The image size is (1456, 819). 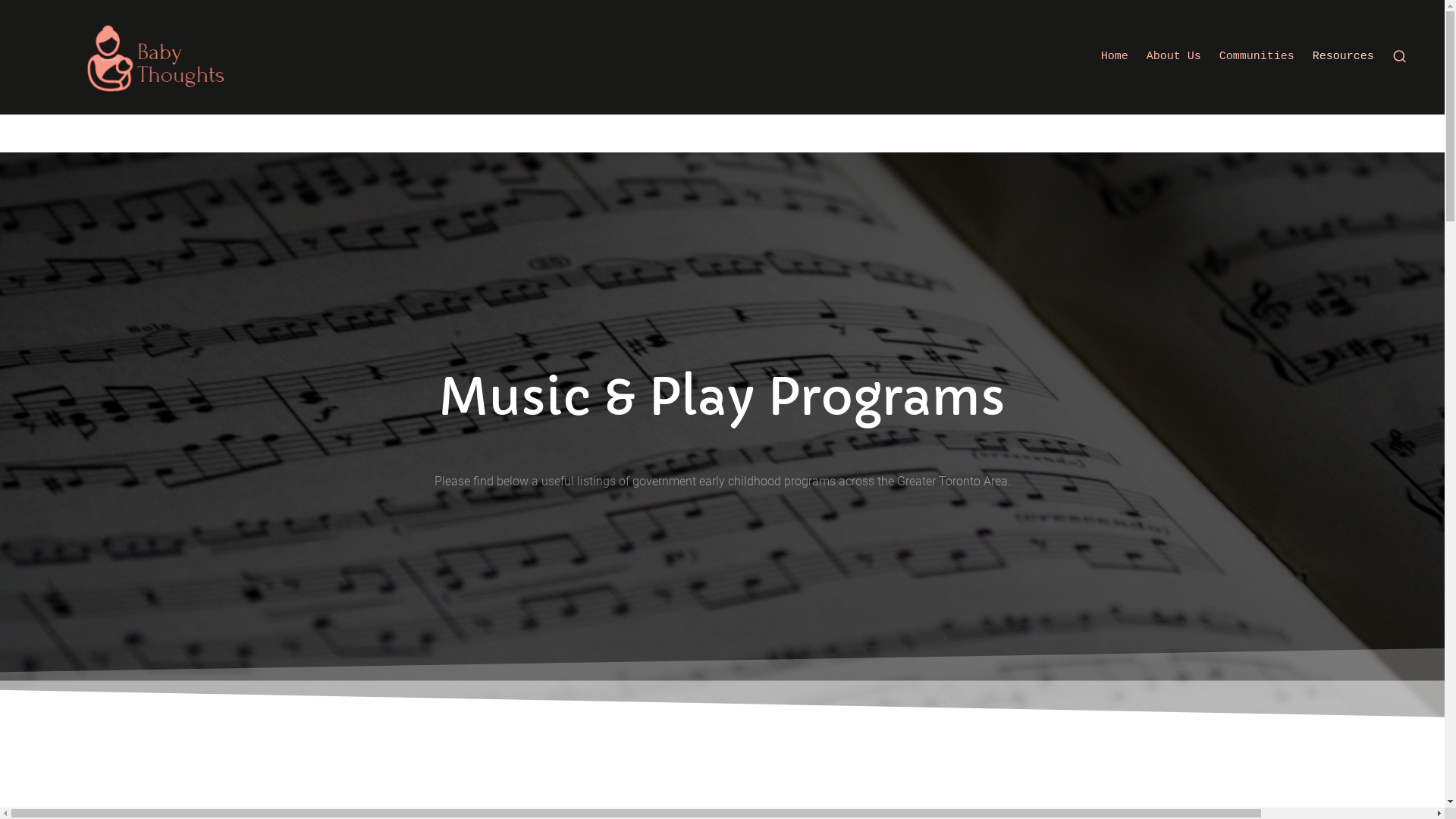 What do you see at coordinates (1114, 55) in the screenshot?
I see `'Home'` at bounding box center [1114, 55].